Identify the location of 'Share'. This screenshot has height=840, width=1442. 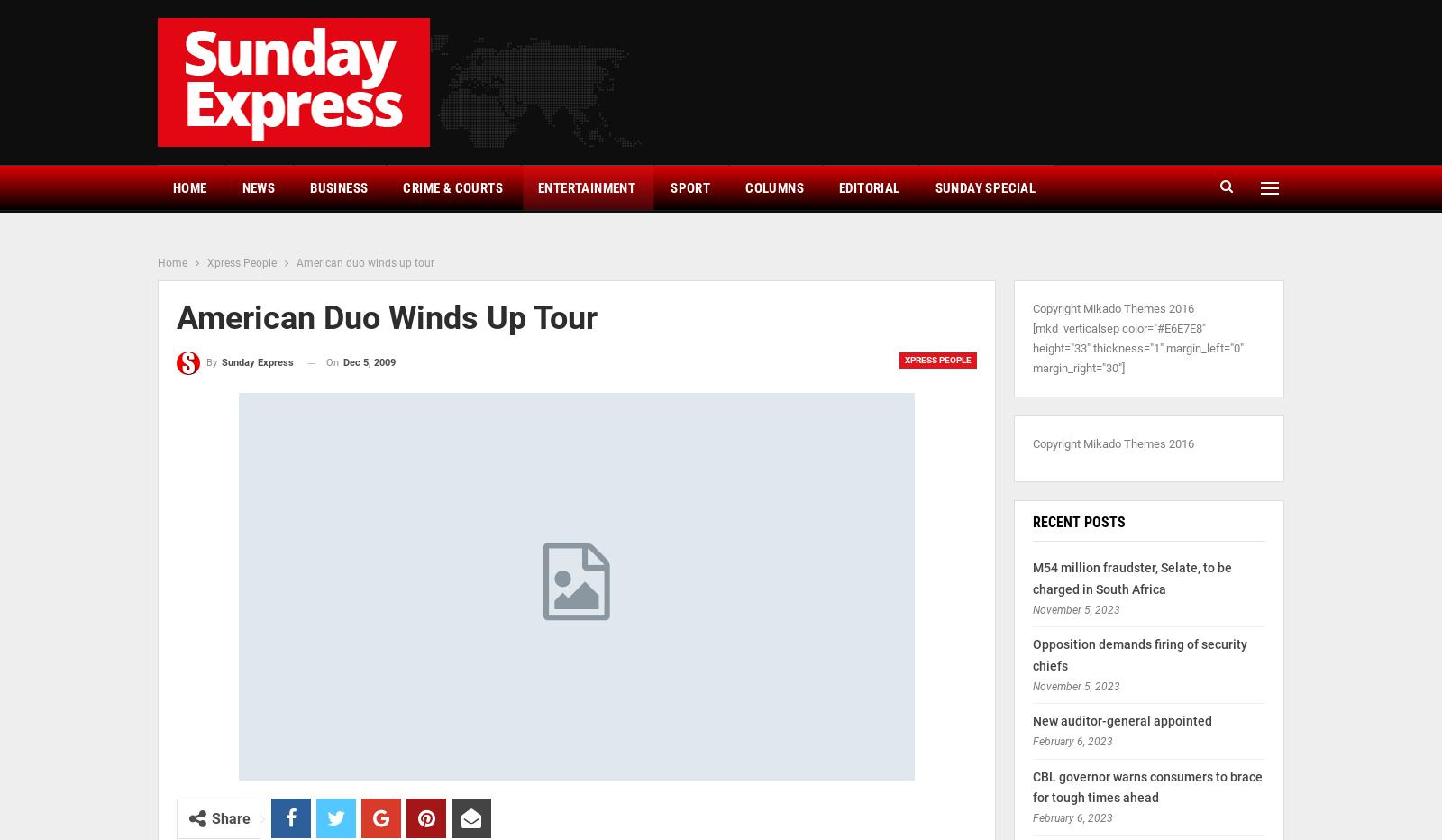
(231, 818).